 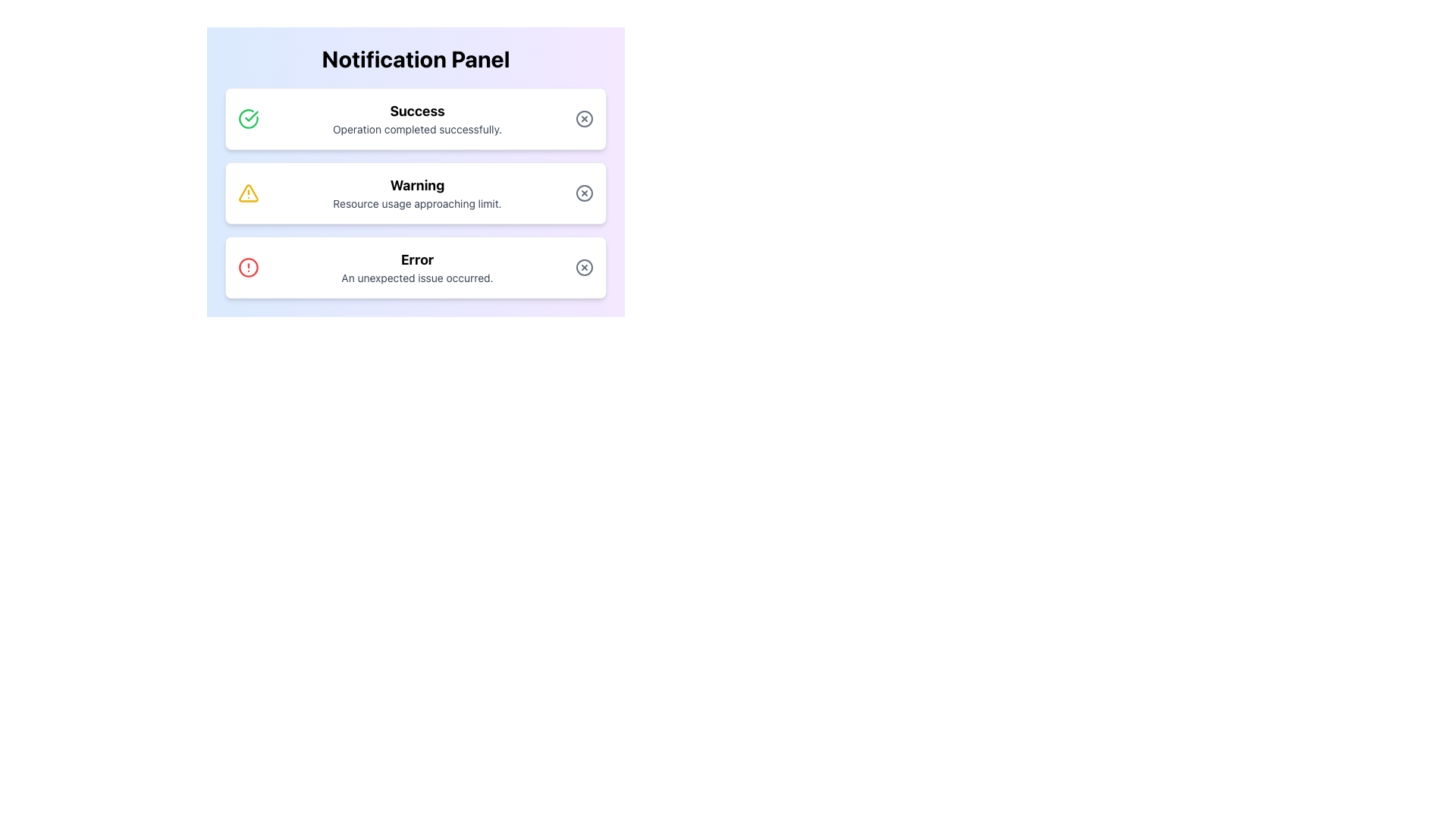 What do you see at coordinates (584, 267) in the screenshot?
I see `the dismiss button located in the bottom right corner of the error notification card` at bounding box center [584, 267].